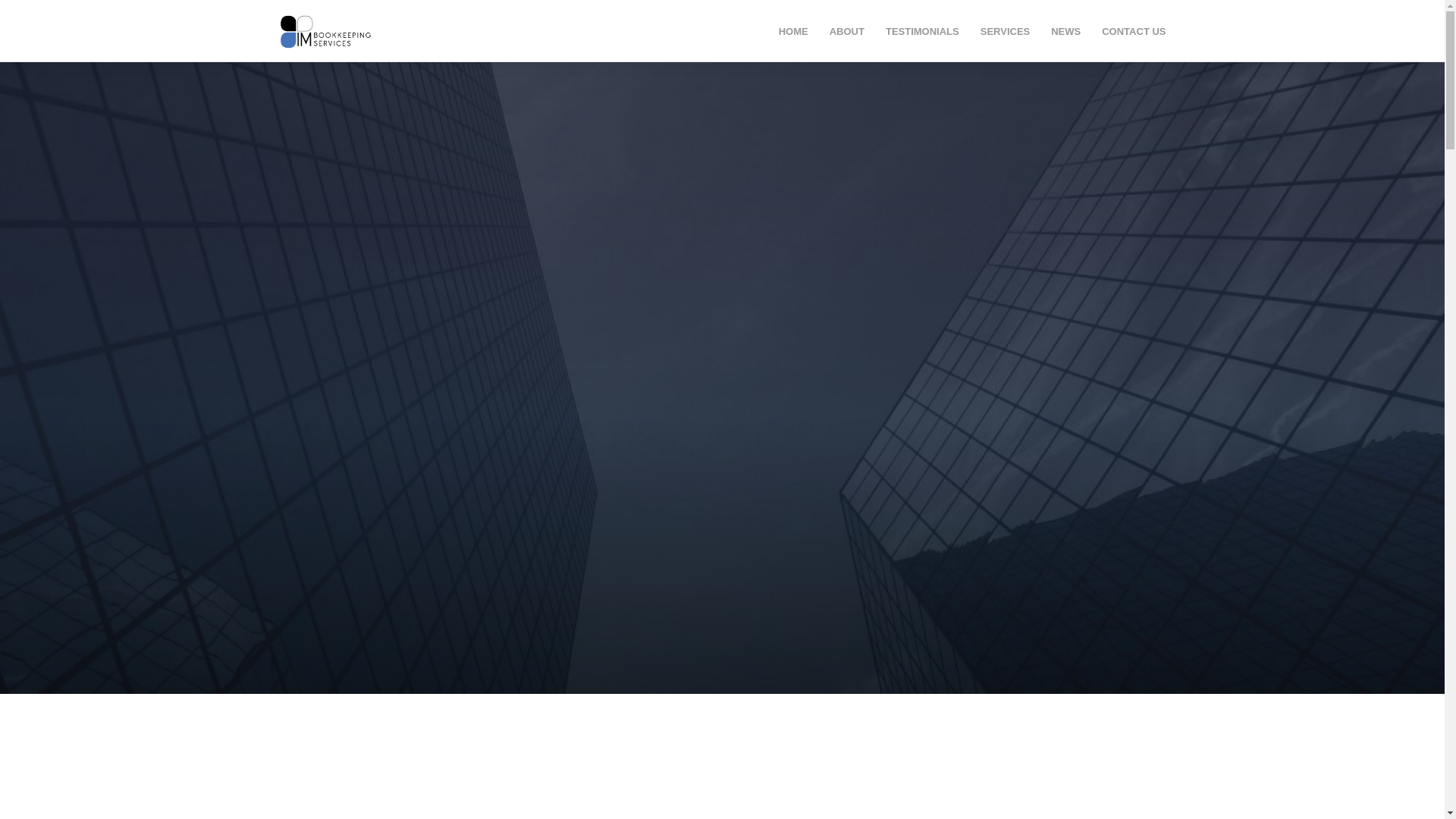  What do you see at coordinates (921, 31) in the screenshot?
I see `'TESTIMONIALS'` at bounding box center [921, 31].